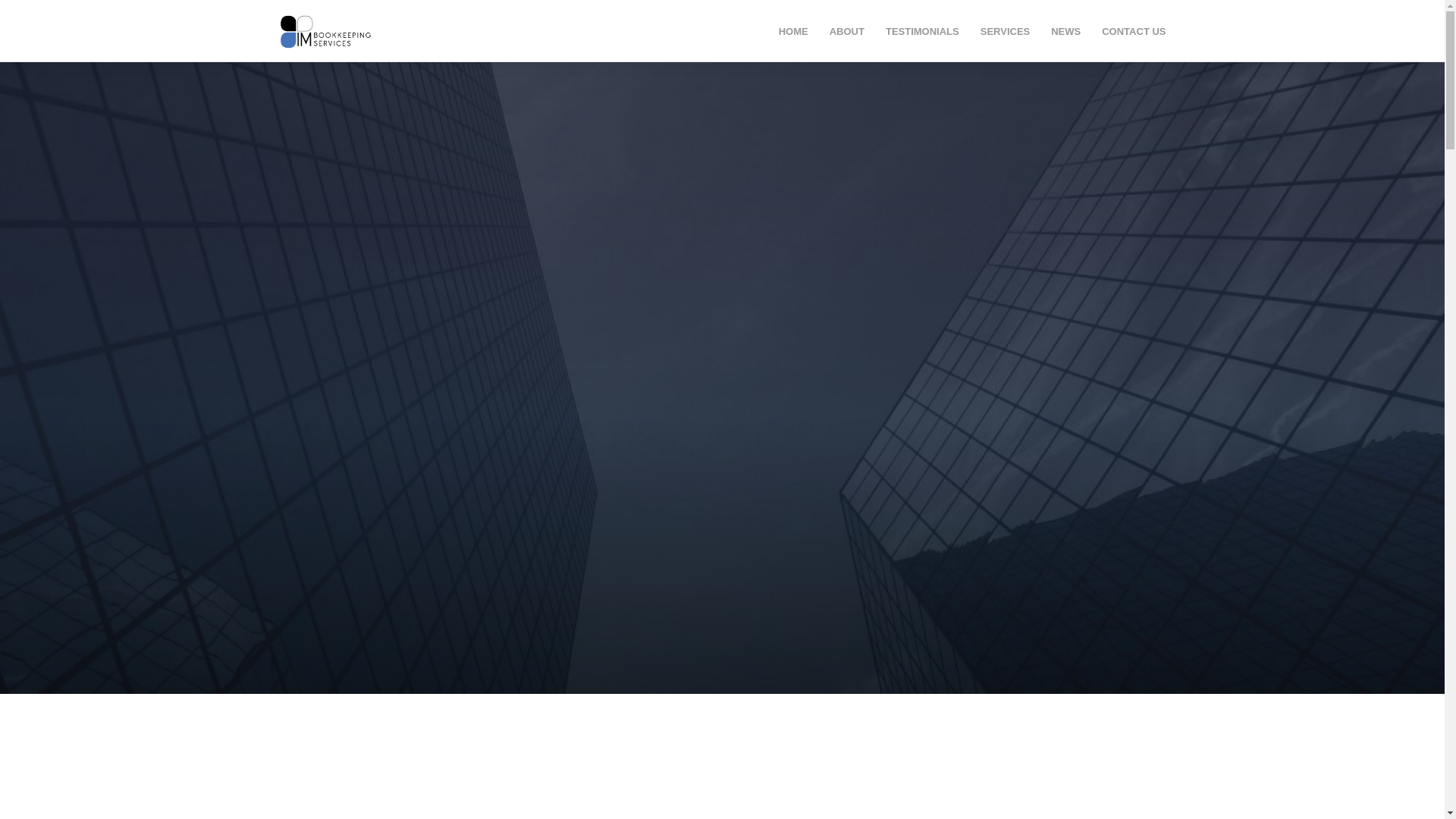  What do you see at coordinates (921, 31) in the screenshot?
I see `'TESTIMONIALS'` at bounding box center [921, 31].